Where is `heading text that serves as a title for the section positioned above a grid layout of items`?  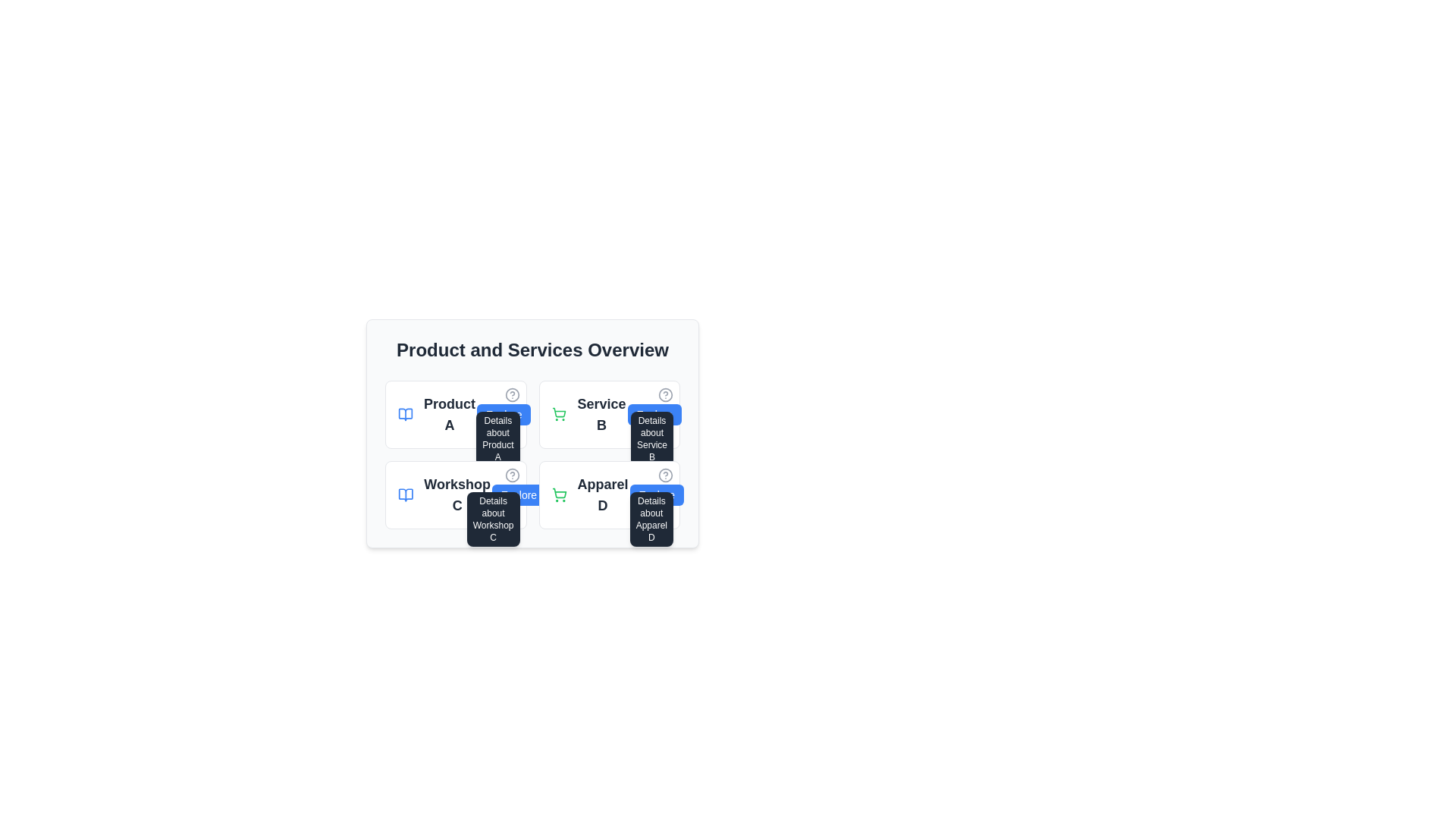 heading text that serves as a title for the section positioned above a grid layout of items is located at coordinates (532, 350).